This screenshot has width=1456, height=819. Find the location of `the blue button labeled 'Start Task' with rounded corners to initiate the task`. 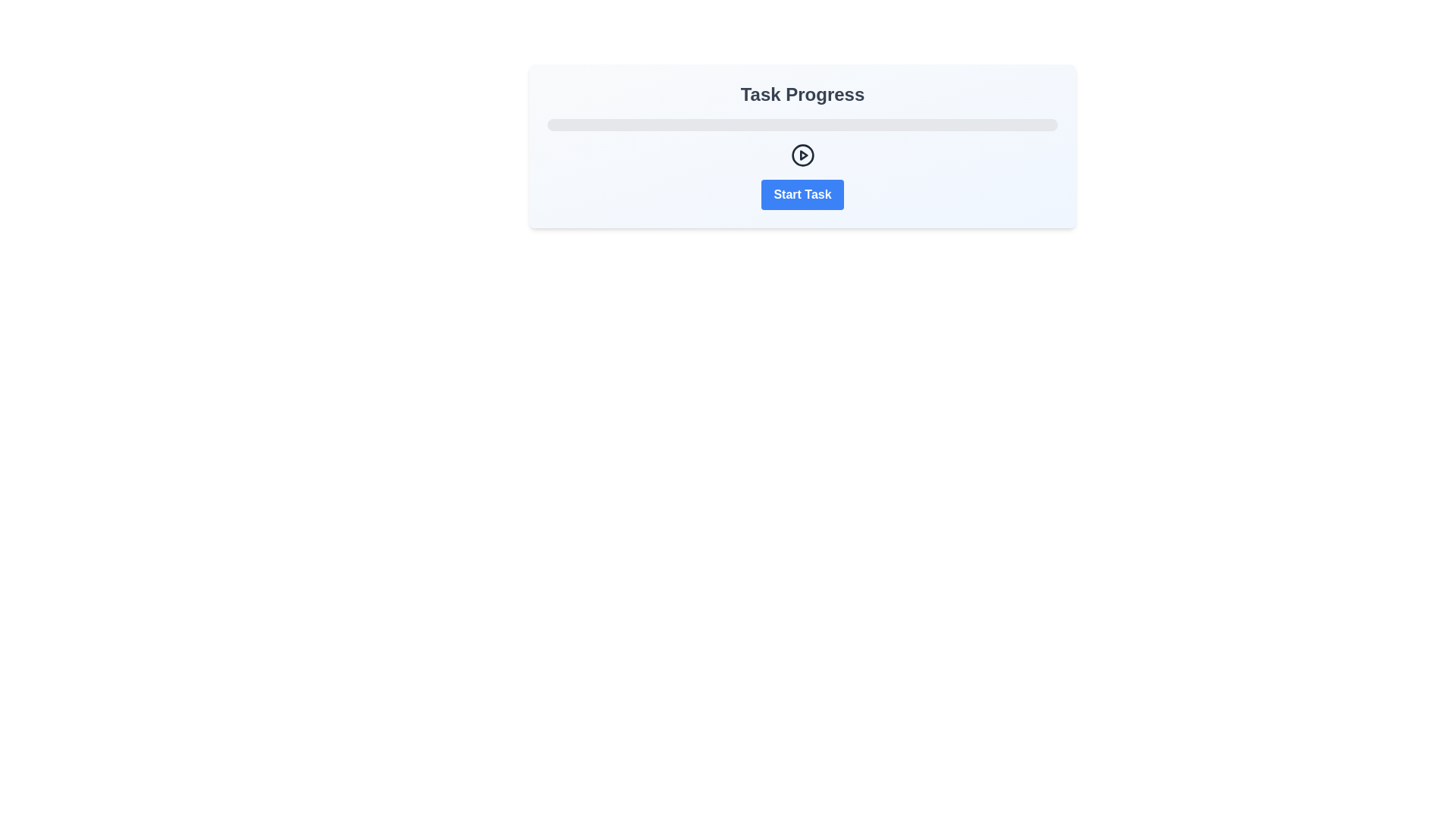

the blue button labeled 'Start Task' with rounded corners to initiate the task is located at coordinates (802, 194).